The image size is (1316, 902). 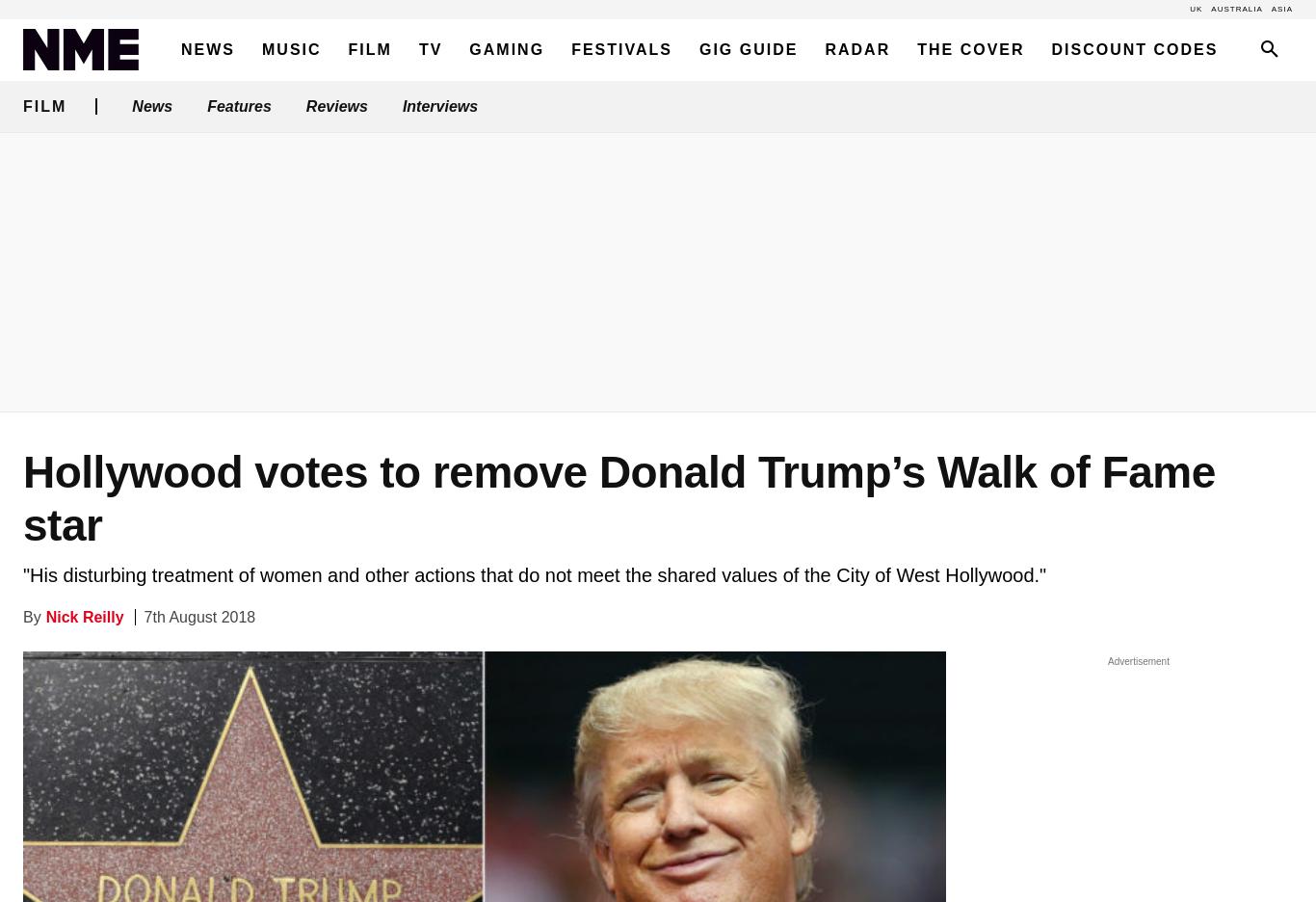 What do you see at coordinates (335, 105) in the screenshot?
I see `'Reviews'` at bounding box center [335, 105].